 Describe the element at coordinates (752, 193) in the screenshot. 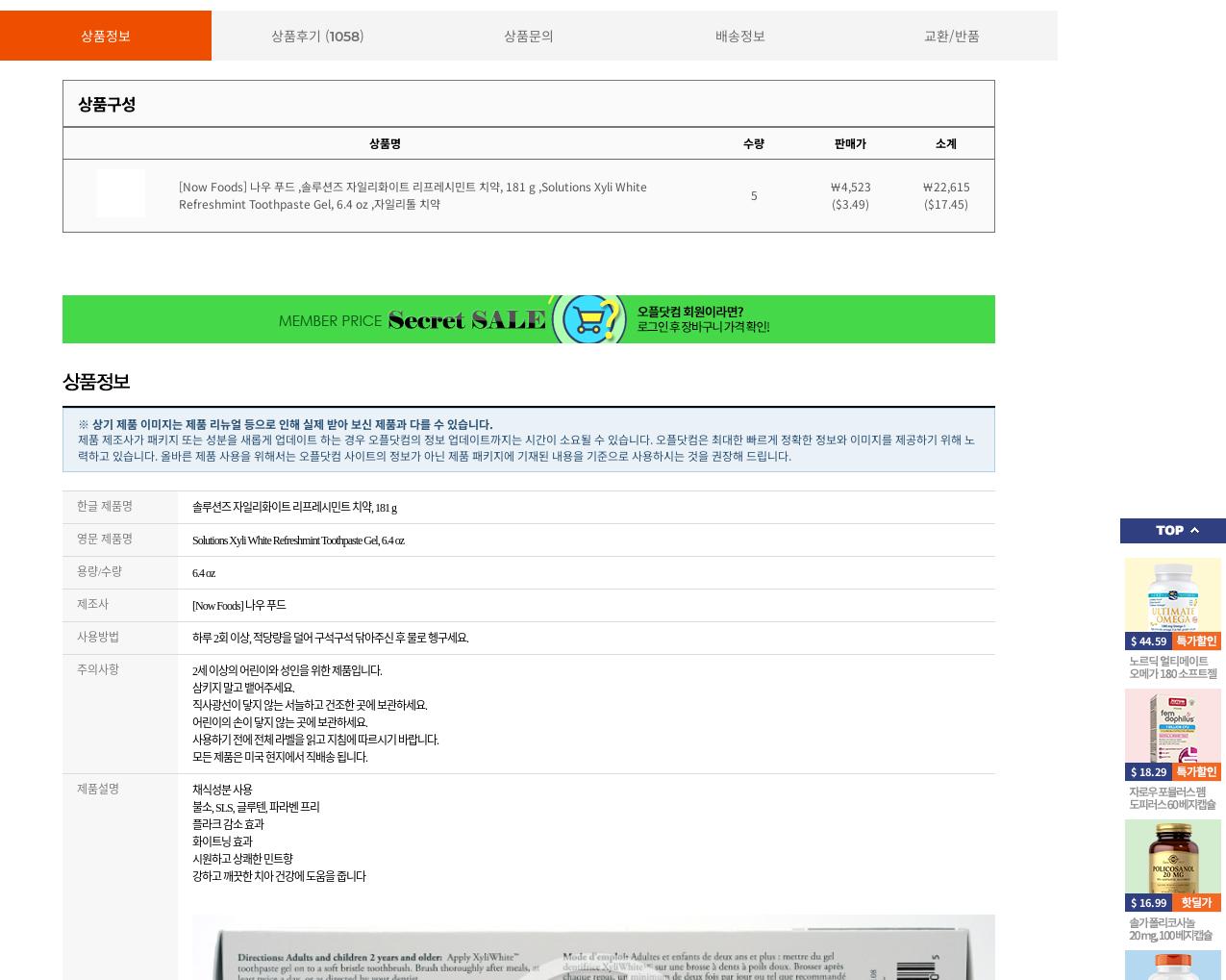

I see `'5'` at that location.